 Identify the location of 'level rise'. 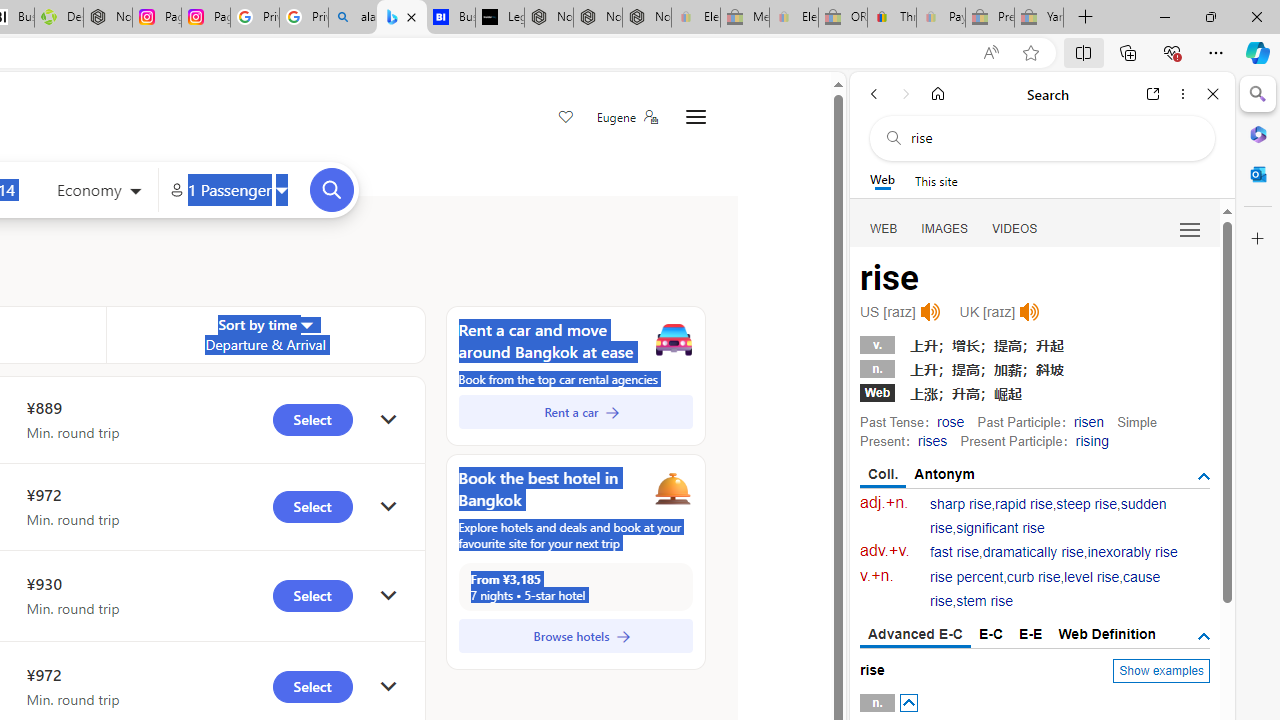
(1090, 577).